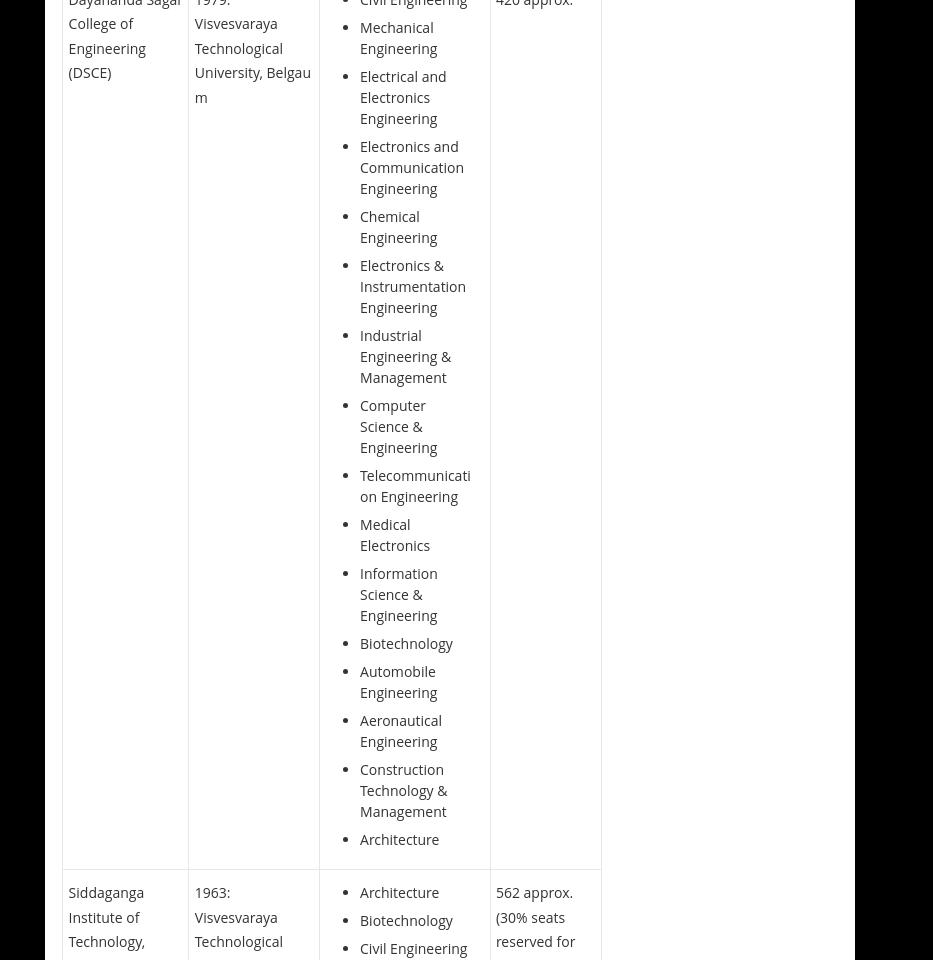 This screenshot has width=933, height=960. Describe the element at coordinates (398, 681) in the screenshot. I see `'Automobile Engineering'` at that location.